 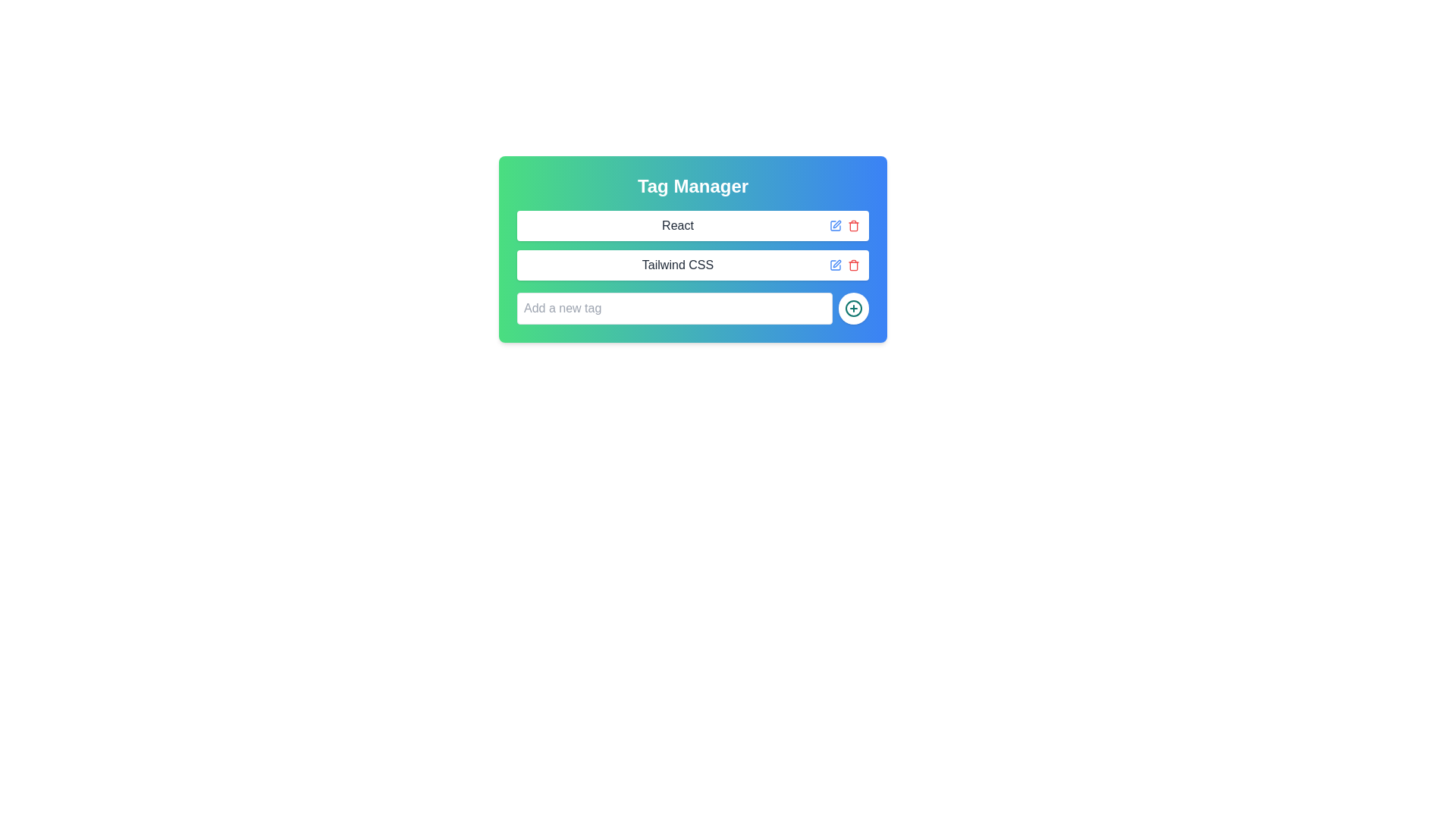 What do you see at coordinates (835, 225) in the screenshot?
I see `the pencil icon located to the immediate right of the 'React' label to initiate the editing functionality` at bounding box center [835, 225].